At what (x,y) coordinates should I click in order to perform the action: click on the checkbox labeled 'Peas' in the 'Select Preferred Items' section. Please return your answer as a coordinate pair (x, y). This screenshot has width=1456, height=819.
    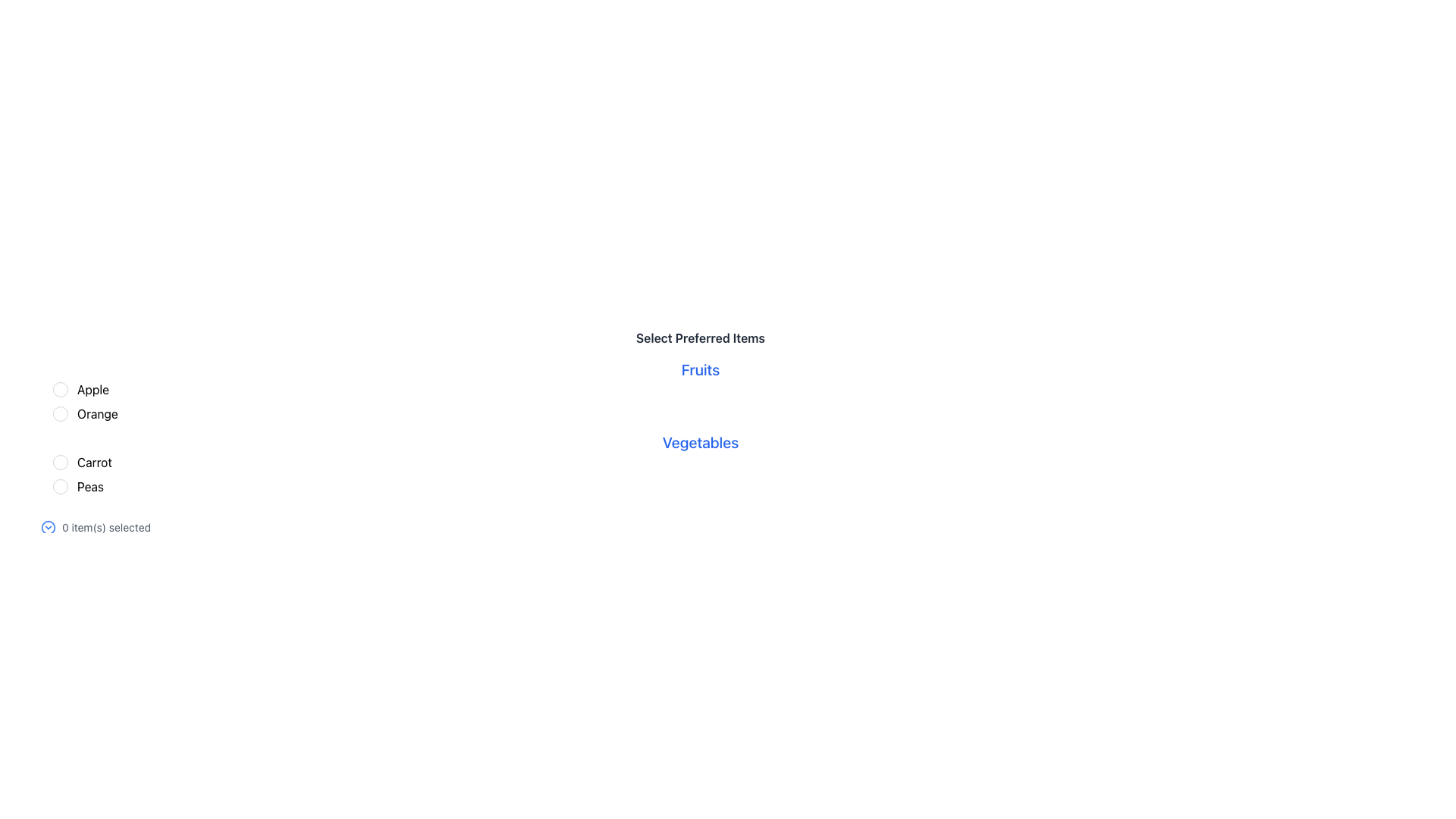
    Looking at the image, I should click on (705, 486).